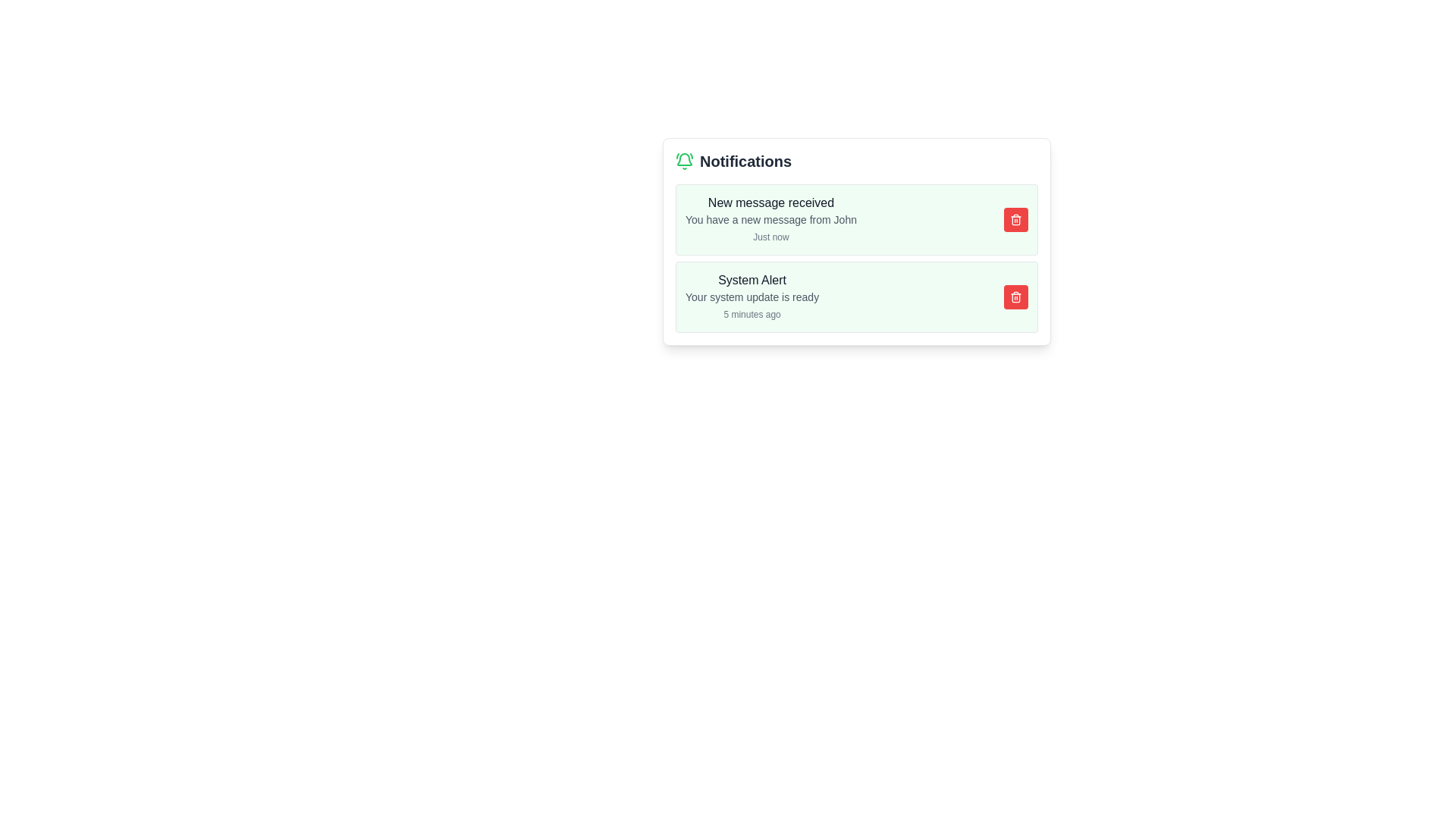  What do you see at coordinates (1015, 297) in the screenshot?
I see `the small trash bin icon button with a red background and white outlines` at bounding box center [1015, 297].